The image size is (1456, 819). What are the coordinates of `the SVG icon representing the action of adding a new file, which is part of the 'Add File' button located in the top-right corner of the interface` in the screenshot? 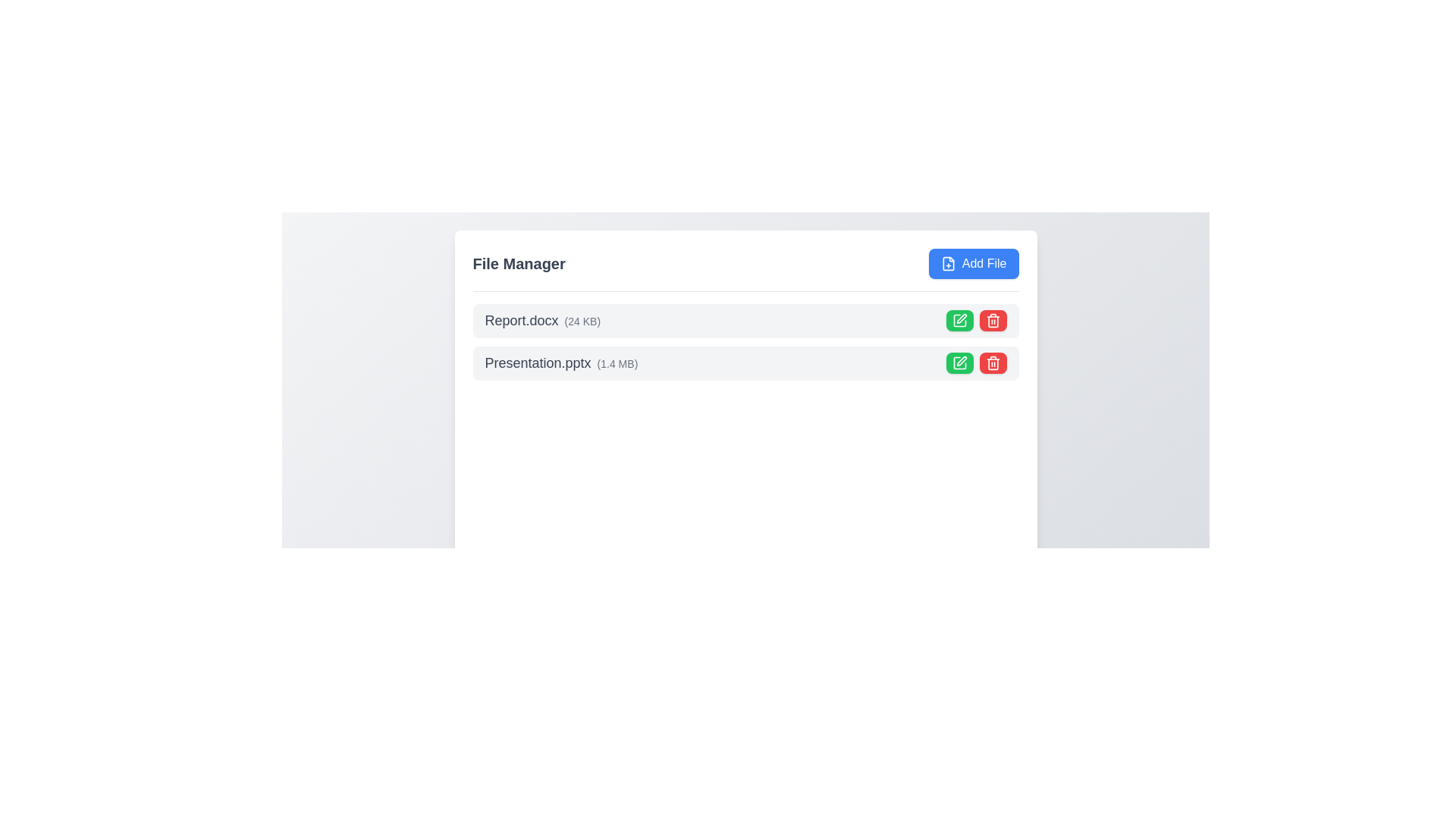 It's located at (947, 262).